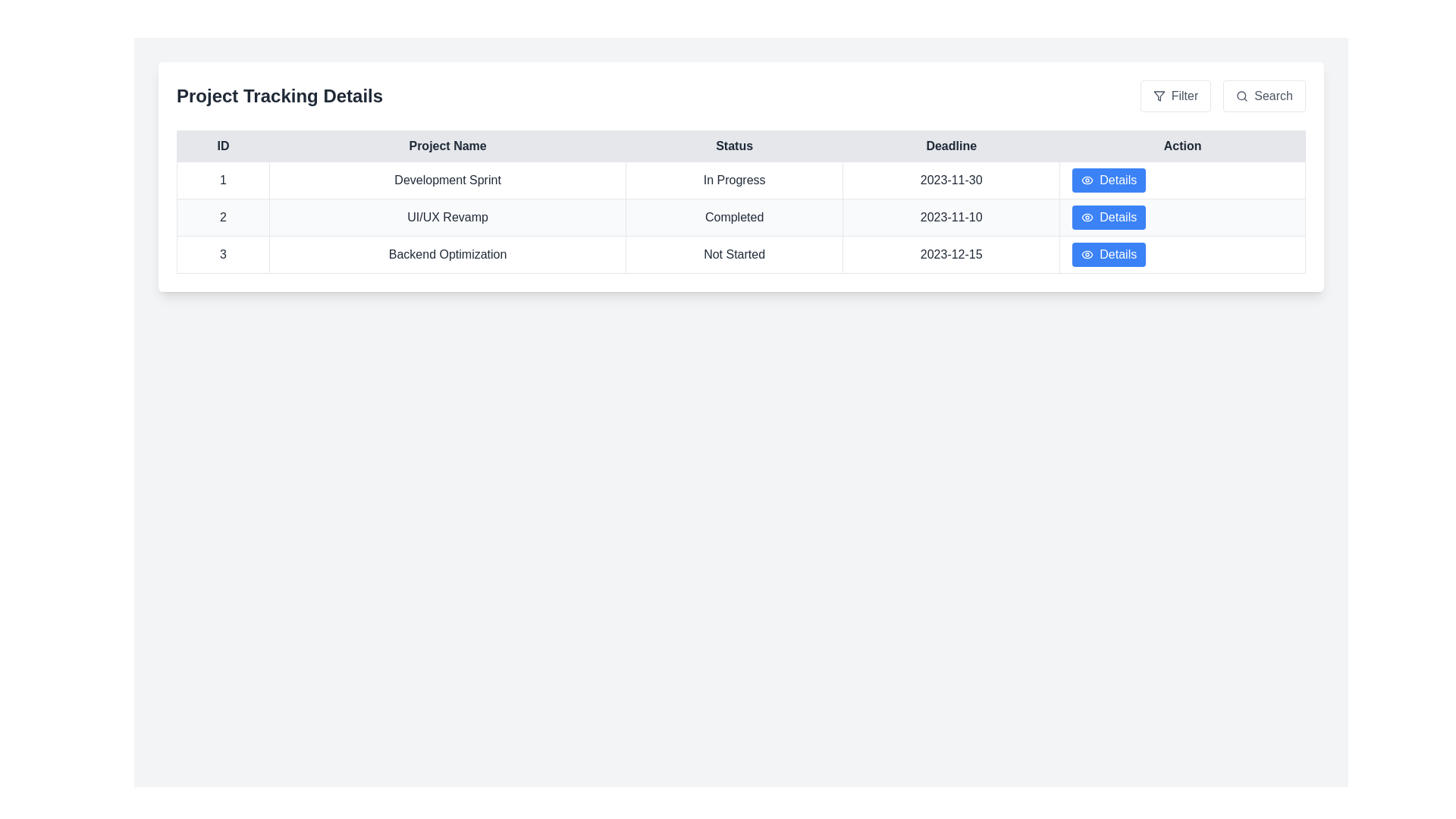 The height and width of the screenshot is (819, 1456). I want to click on the third 'Details' button in the 'Action' column of the table, so click(1118, 217).